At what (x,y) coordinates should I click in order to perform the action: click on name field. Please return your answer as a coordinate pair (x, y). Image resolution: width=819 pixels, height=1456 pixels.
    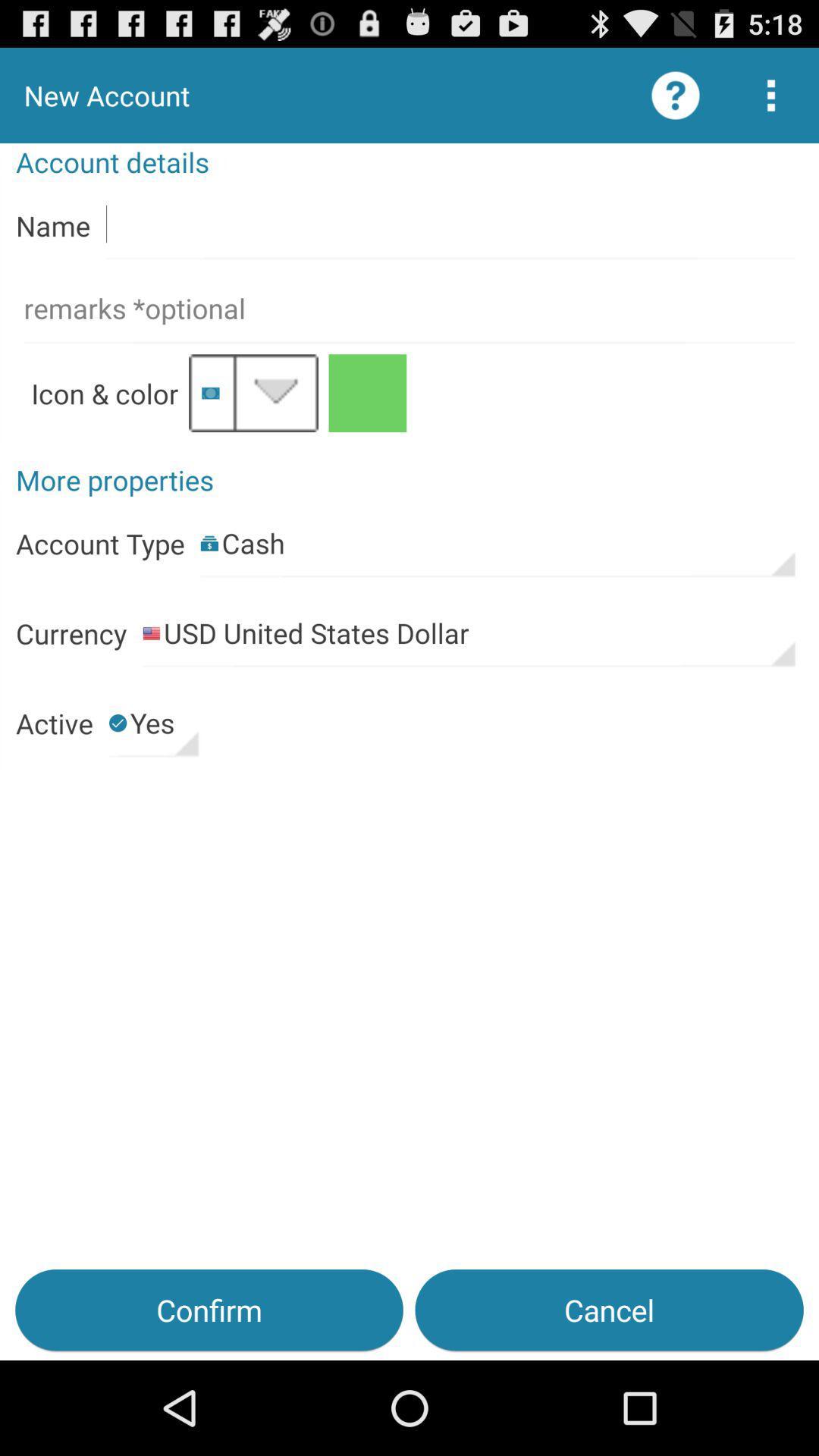
    Looking at the image, I should click on (450, 224).